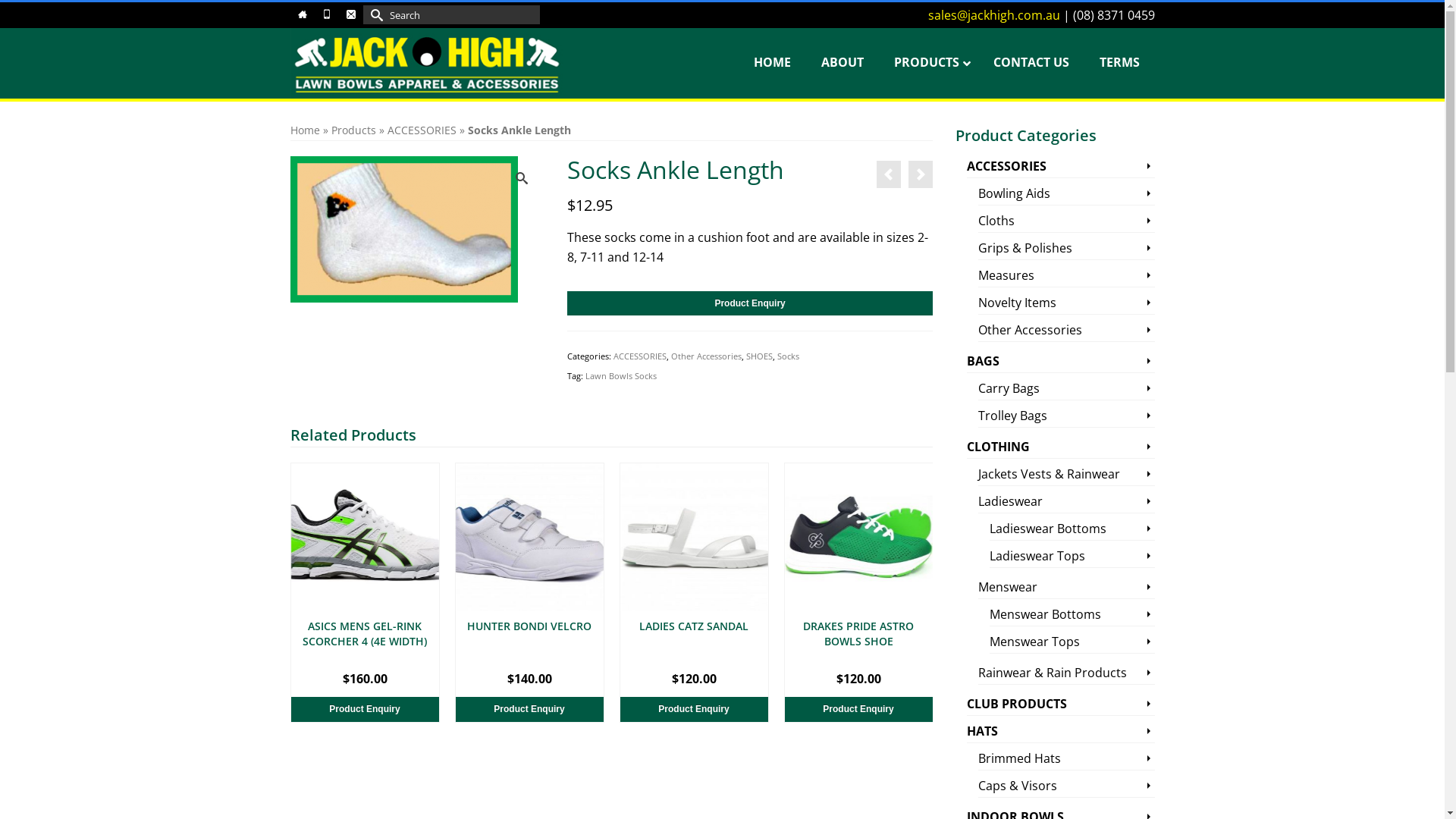 The image size is (1456, 819). What do you see at coordinates (990, 528) in the screenshot?
I see `'Ladieswear Bottoms'` at bounding box center [990, 528].